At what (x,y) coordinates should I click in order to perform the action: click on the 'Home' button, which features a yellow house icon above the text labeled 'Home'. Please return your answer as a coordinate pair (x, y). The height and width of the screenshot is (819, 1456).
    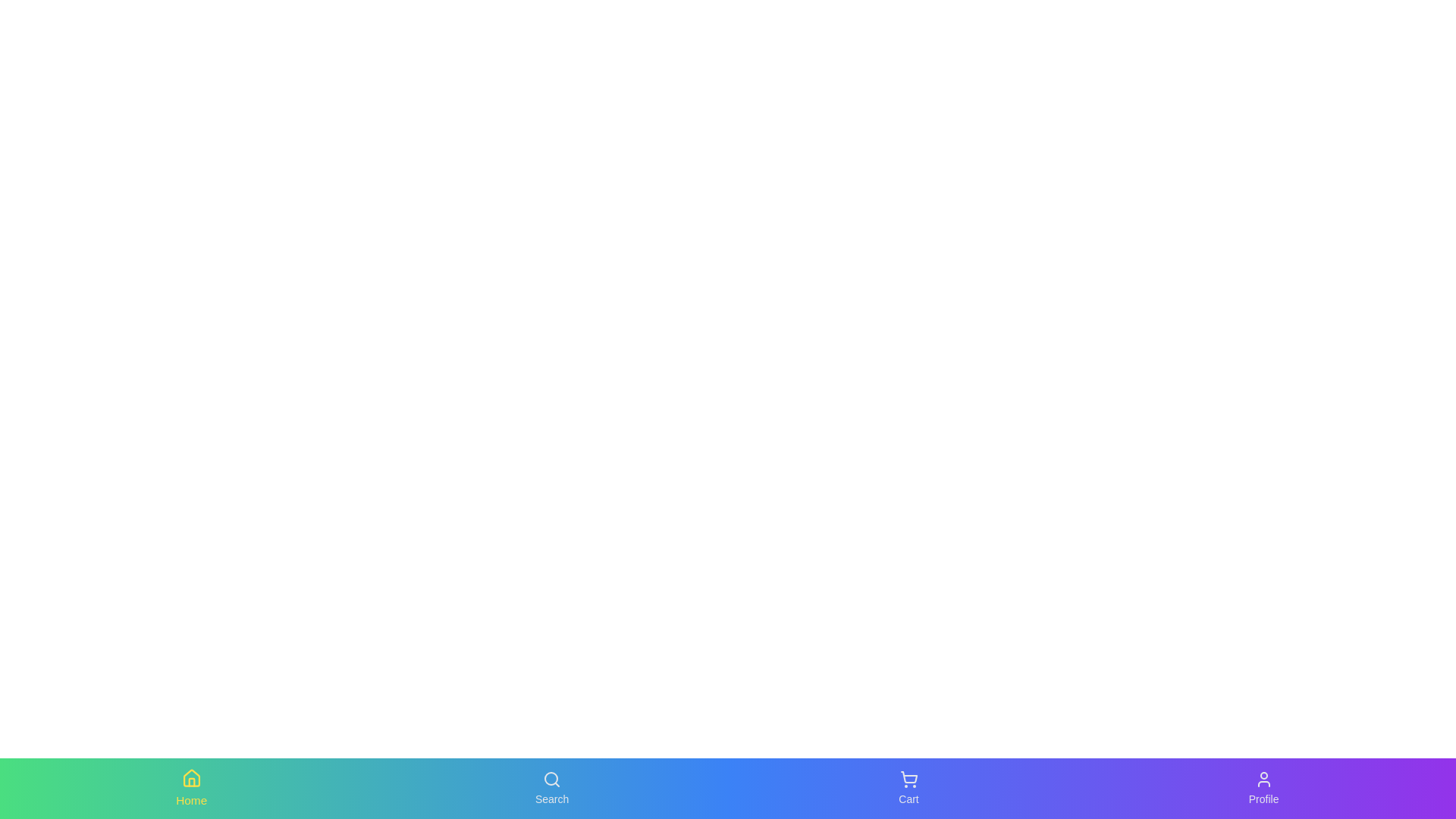
    Looking at the image, I should click on (190, 788).